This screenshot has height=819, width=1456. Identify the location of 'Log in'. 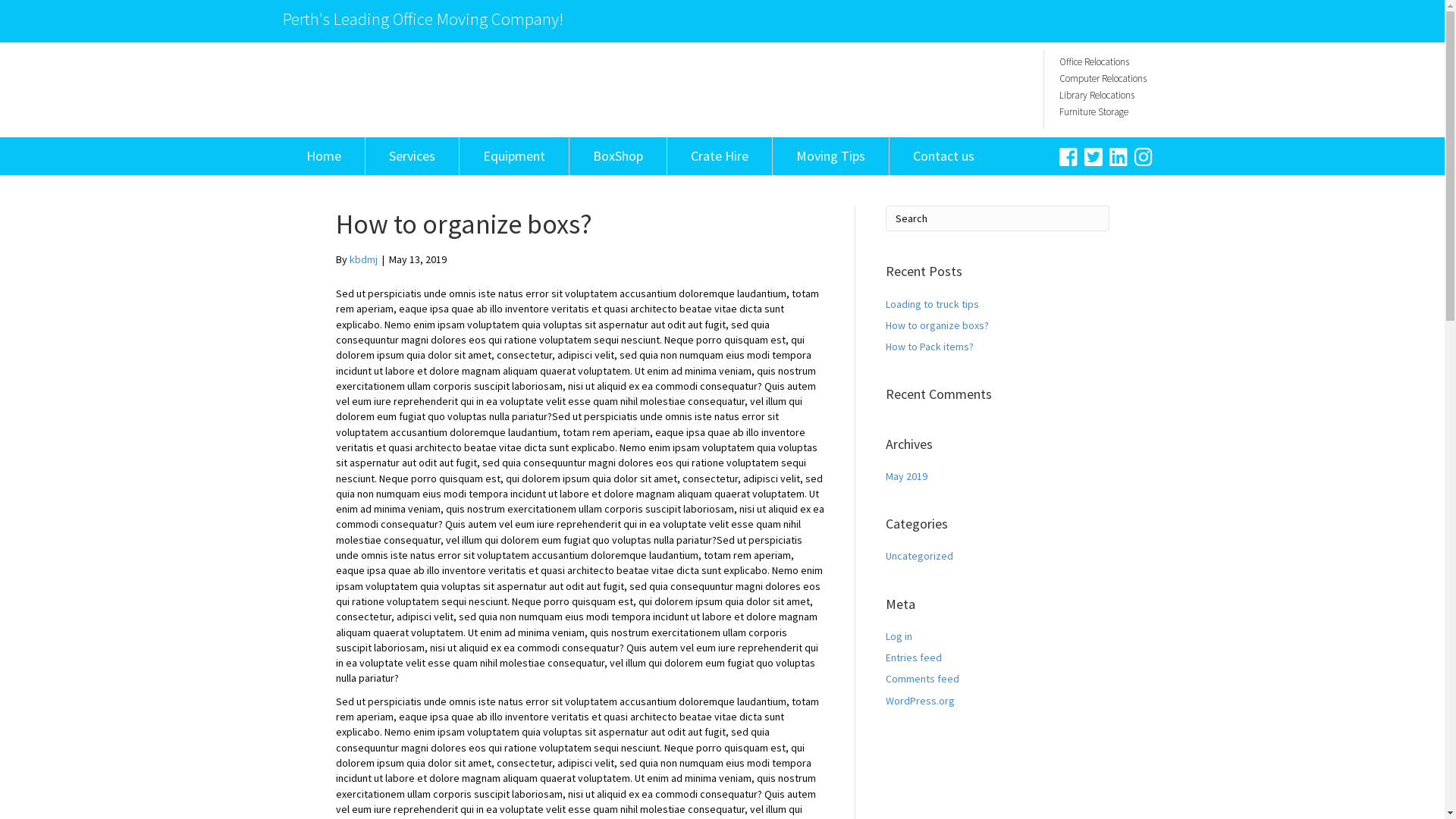
(899, 636).